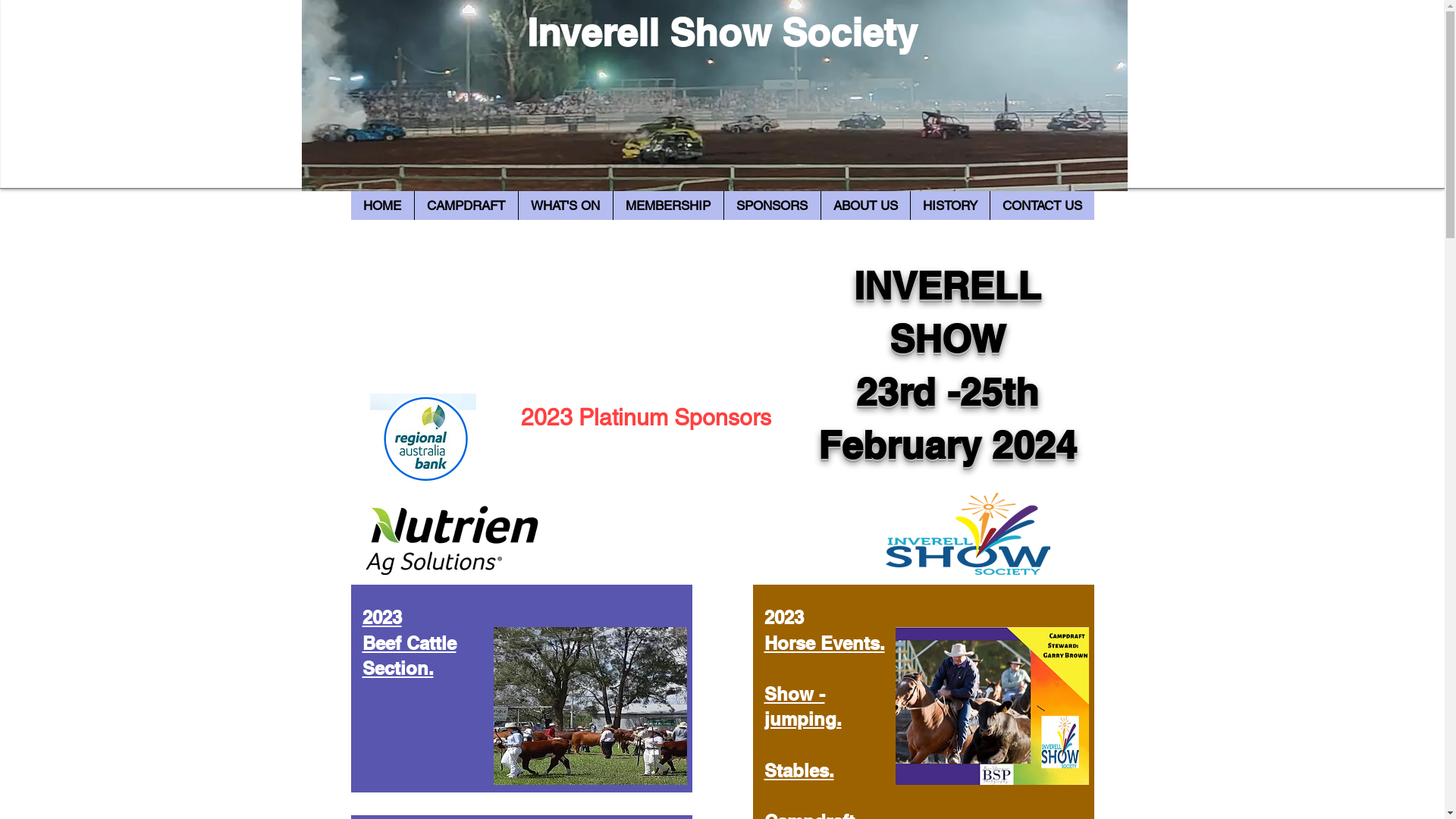 The height and width of the screenshot is (819, 1456). What do you see at coordinates (723, 205) in the screenshot?
I see `'SPONSORS'` at bounding box center [723, 205].